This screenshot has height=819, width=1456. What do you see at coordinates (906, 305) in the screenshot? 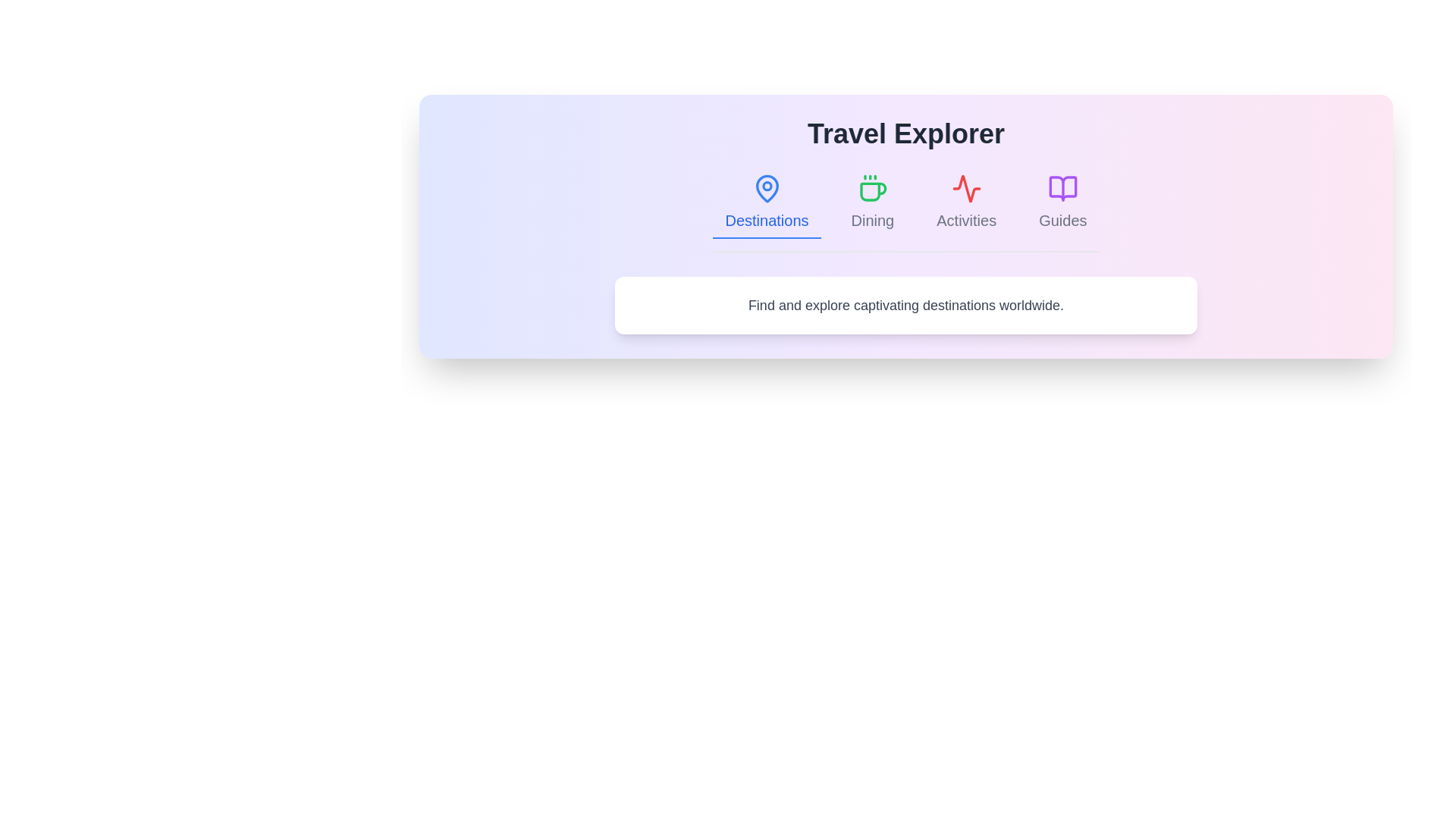
I see `the text 'Find and explore captivating destinations worldwide.' to select it` at bounding box center [906, 305].